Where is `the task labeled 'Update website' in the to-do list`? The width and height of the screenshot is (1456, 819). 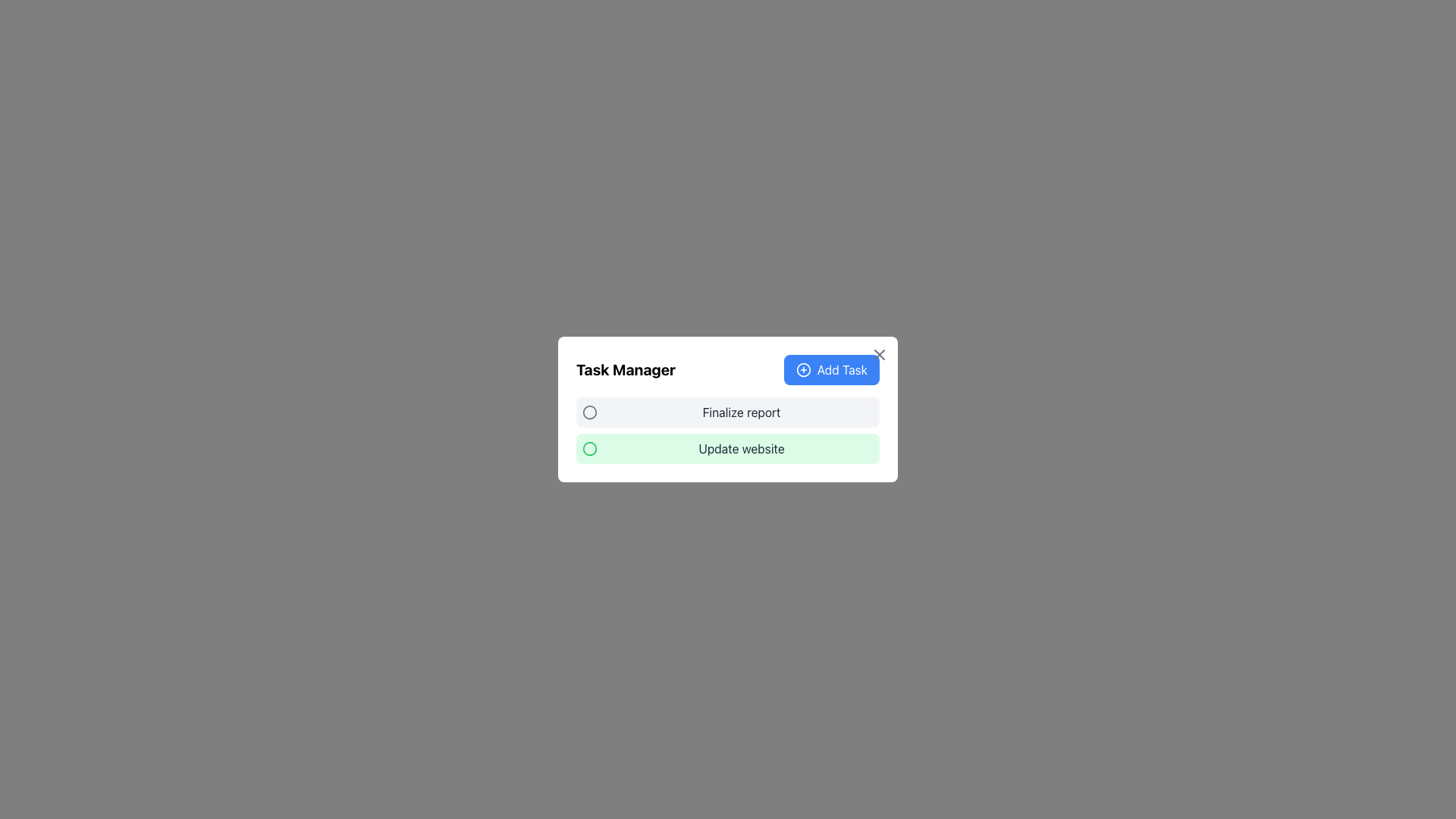 the task labeled 'Update website' in the to-do list is located at coordinates (728, 447).